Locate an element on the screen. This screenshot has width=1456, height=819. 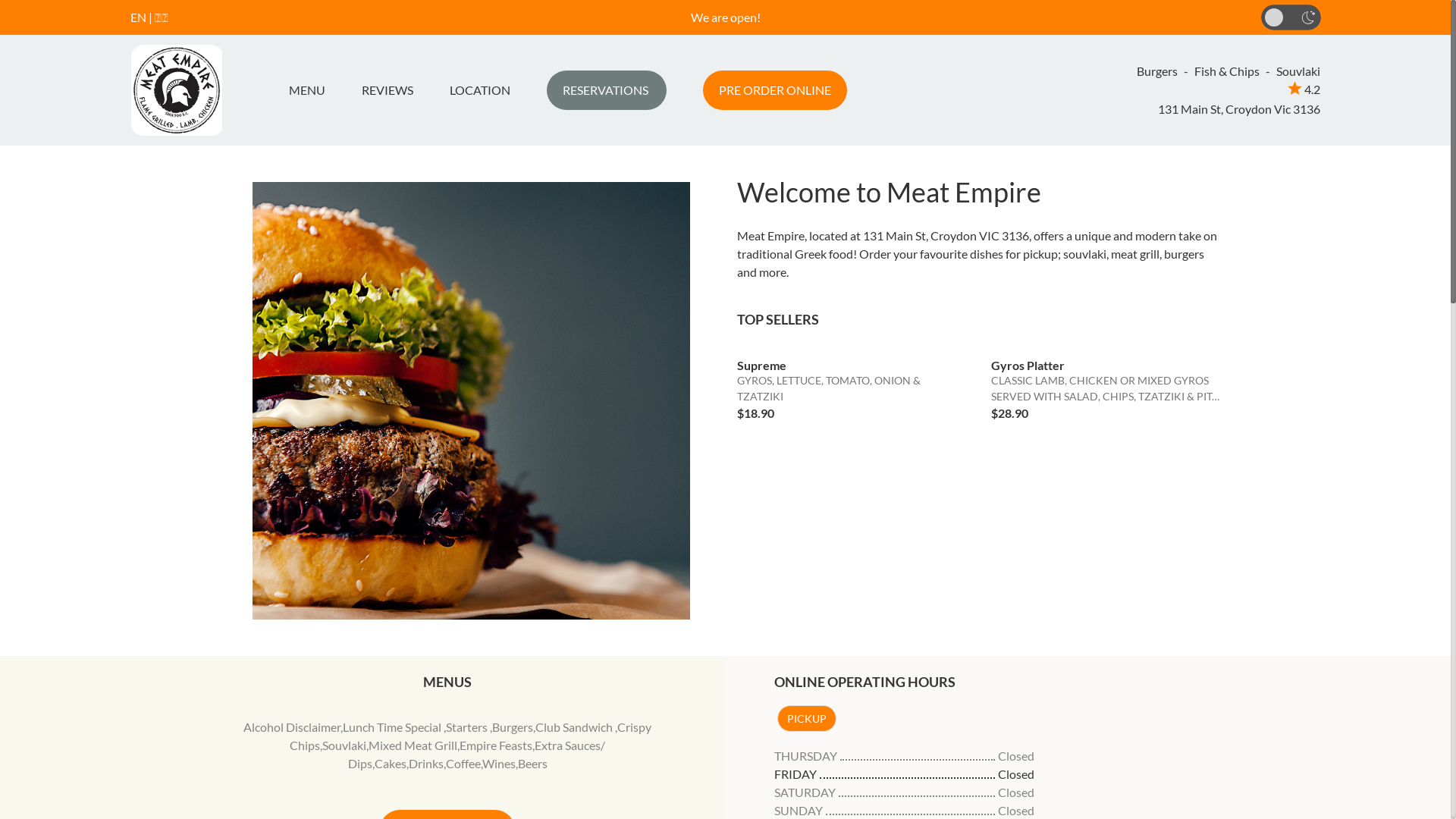
'Extra Sauces/ Dips' is located at coordinates (475, 754).